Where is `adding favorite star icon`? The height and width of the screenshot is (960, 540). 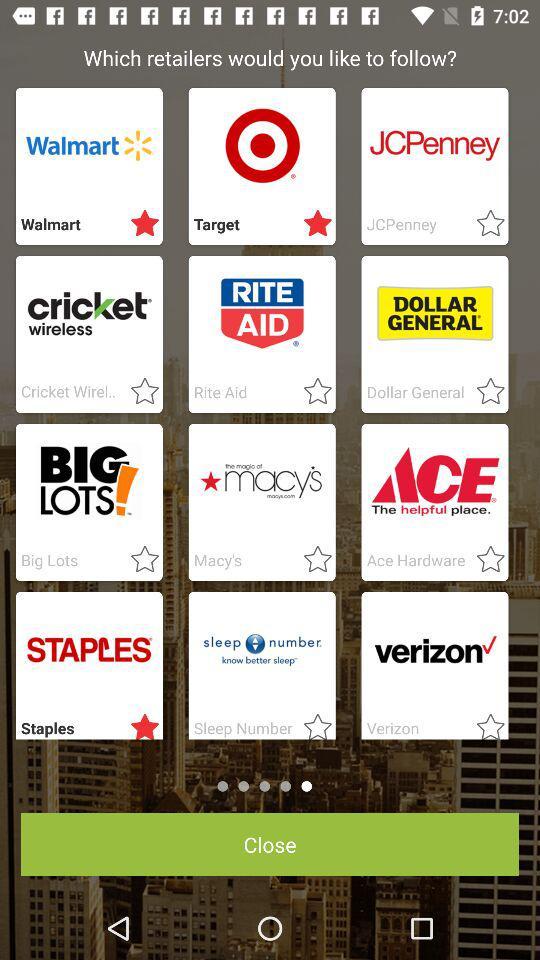 adding favorite star icon is located at coordinates (138, 224).